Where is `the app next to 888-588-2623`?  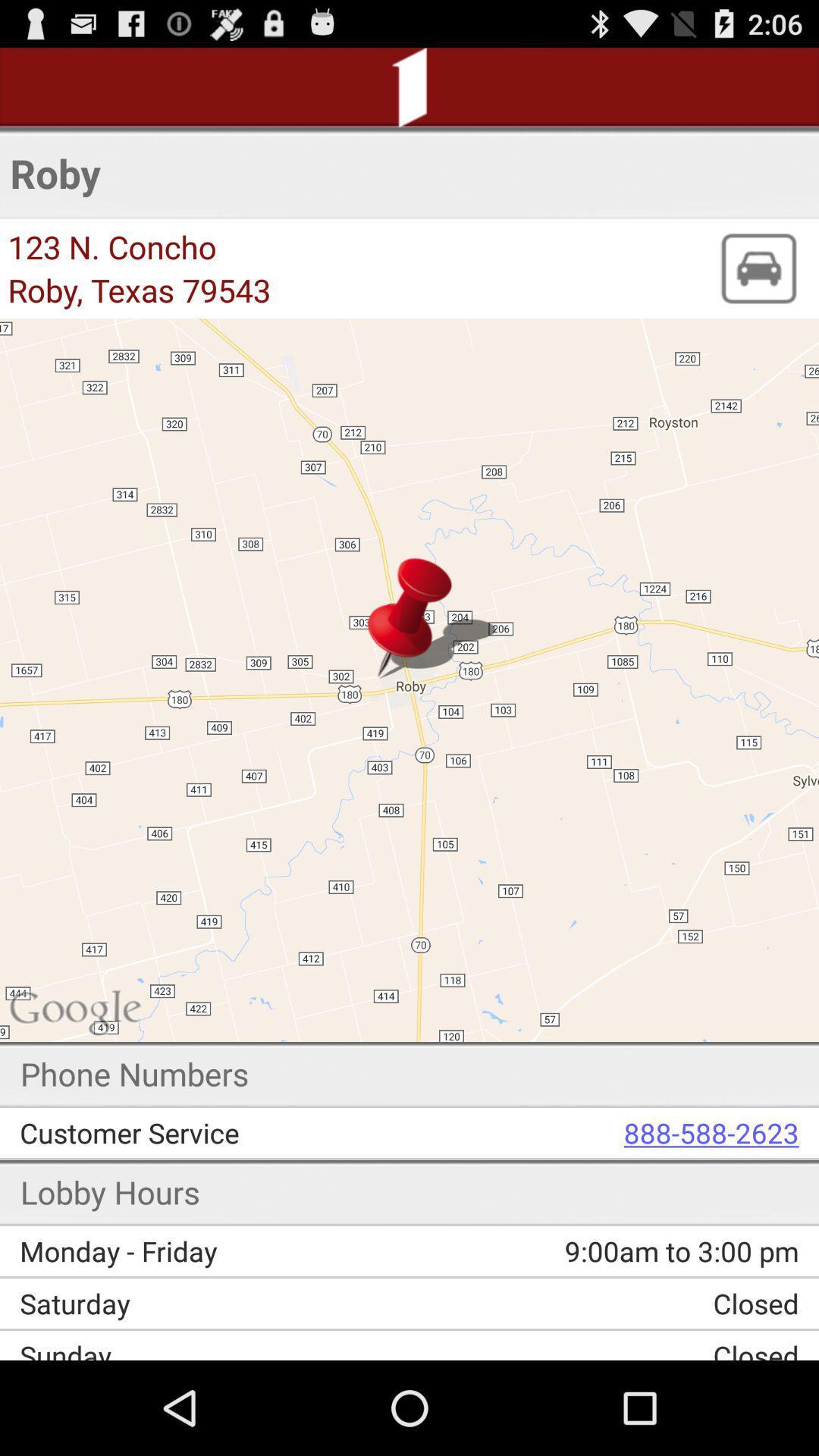 the app next to 888-588-2623 is located at coordinates (225, 1132).